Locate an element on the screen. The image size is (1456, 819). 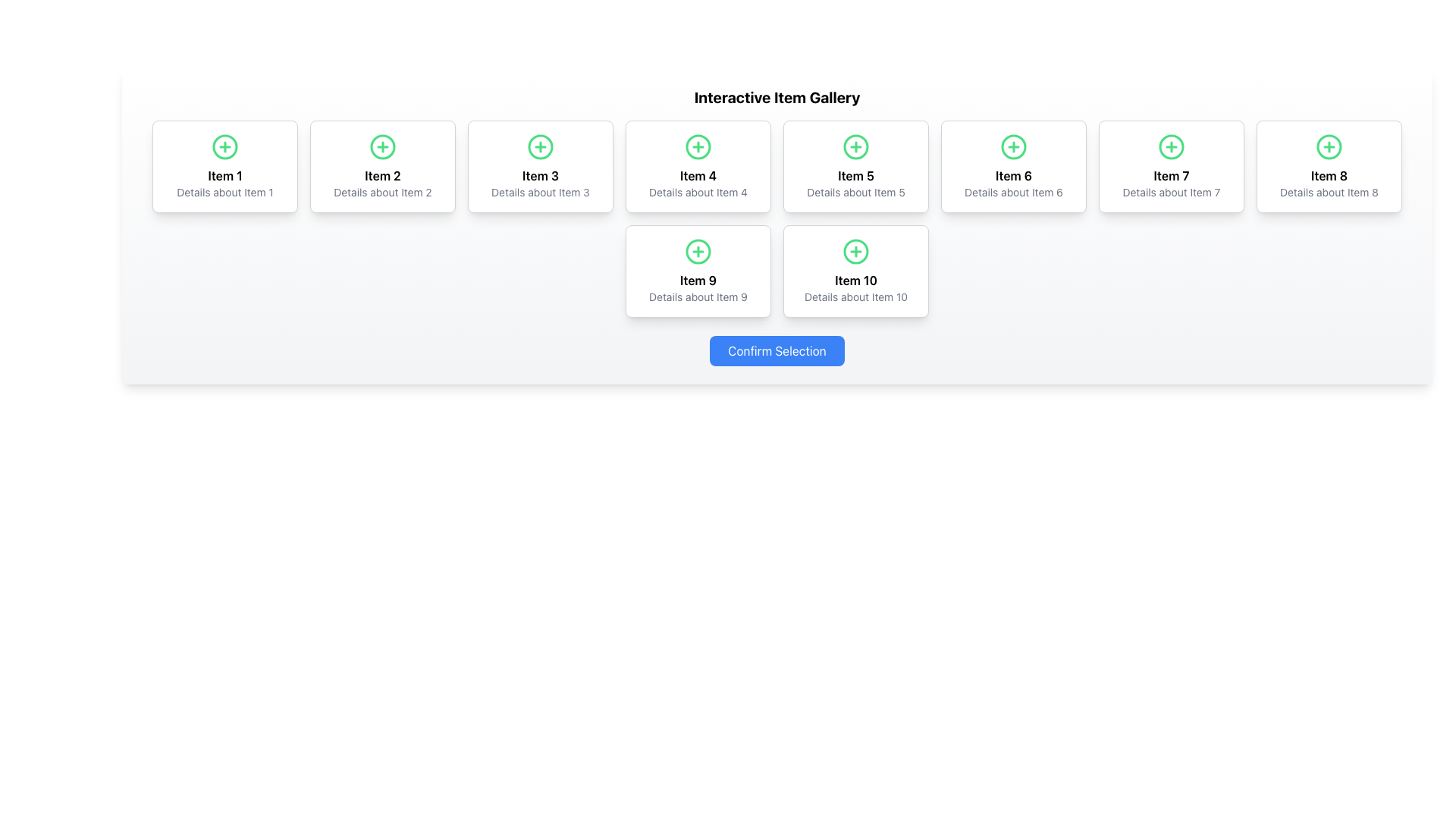
the icon or button representing the action of adding or interacting with Item 3, located in the grid gallery near the top center of the interface is located at coordinates (541, 146).